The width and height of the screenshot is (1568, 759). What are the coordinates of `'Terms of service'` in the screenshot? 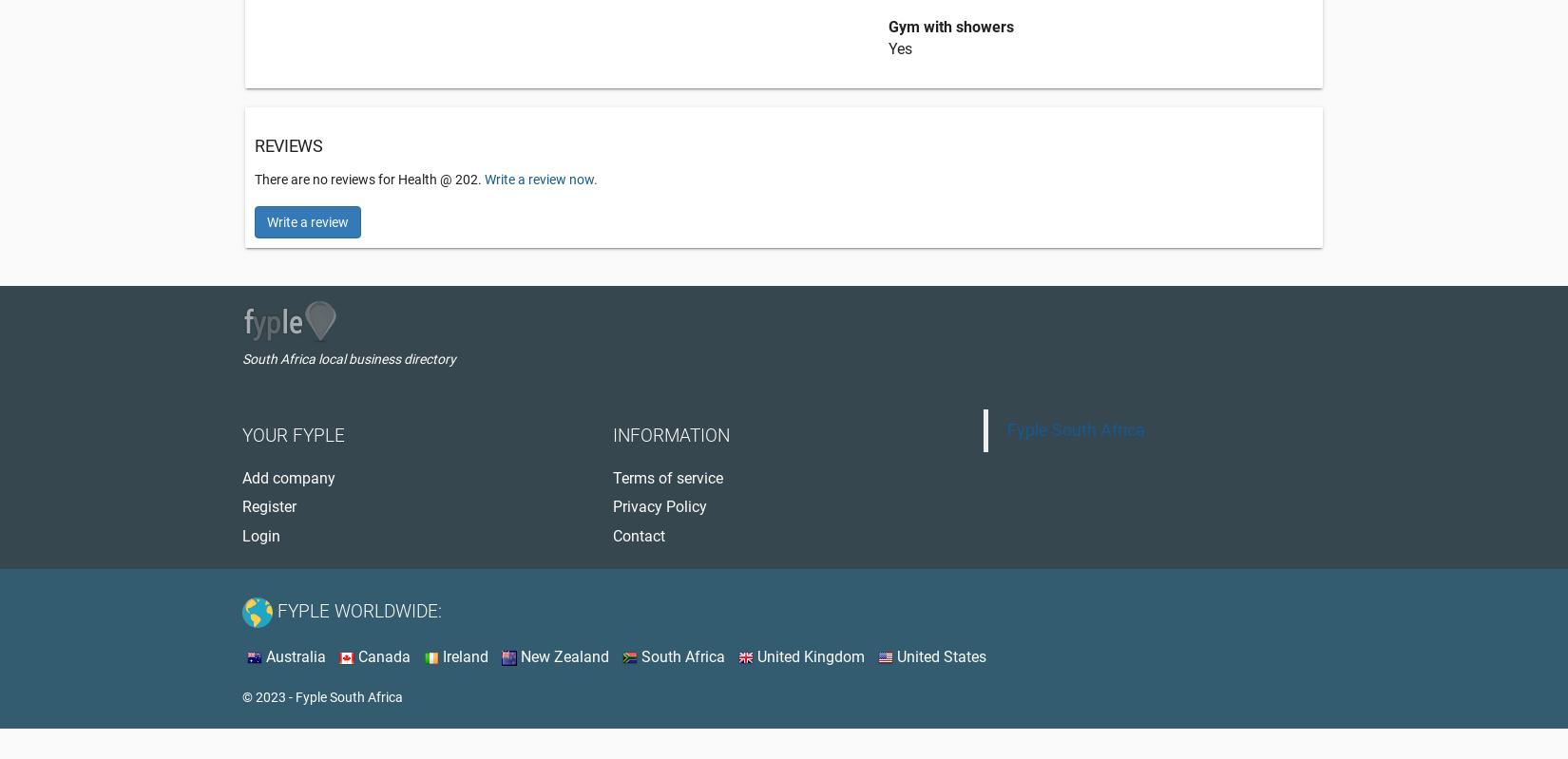 It's located at (667, 478).